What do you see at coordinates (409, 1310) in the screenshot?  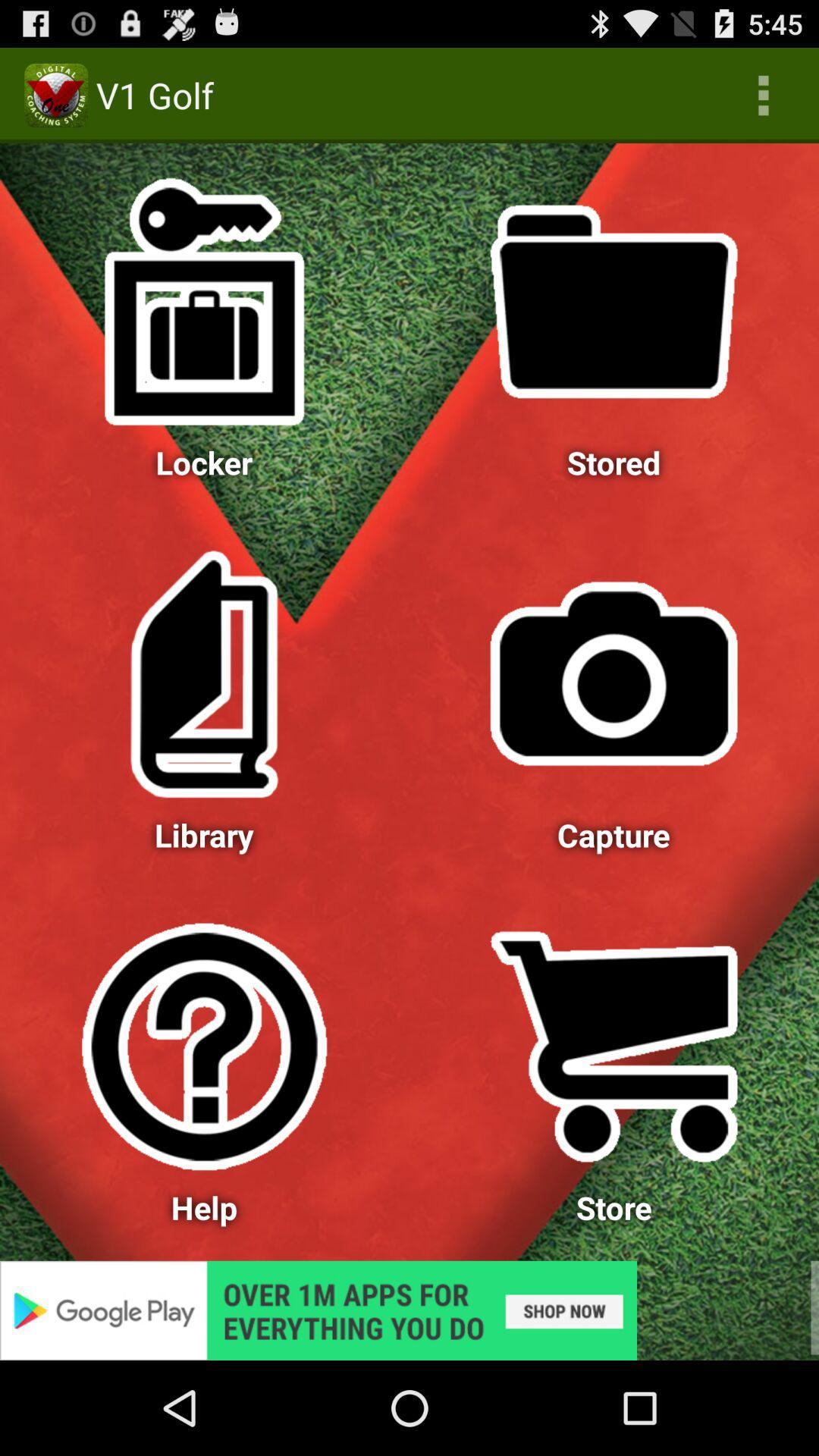 I see `the advertisements` at bounding box center [409, 1310].